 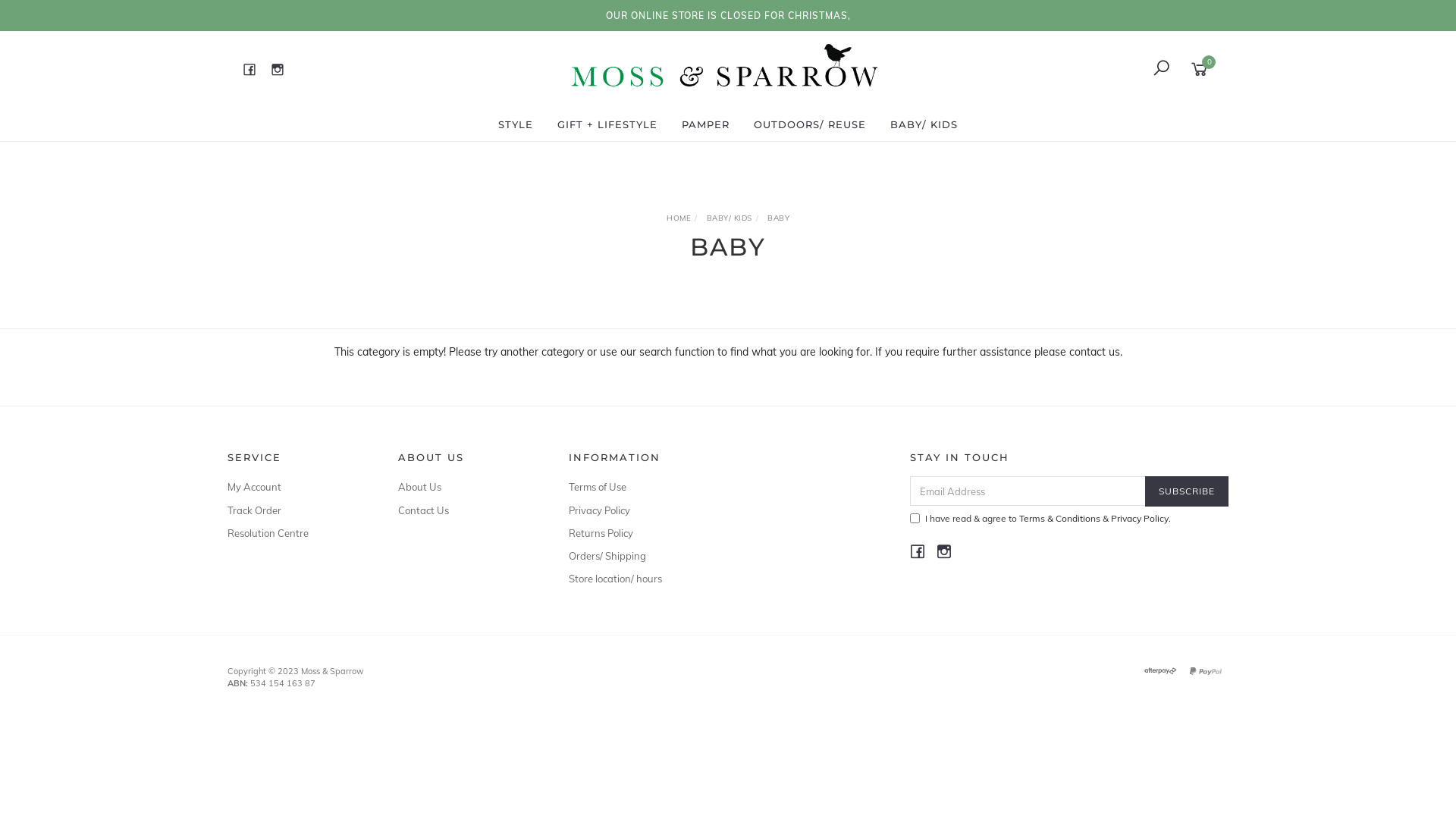 What do you see at coordinates (295, 486) in the screenshot?
I see `'My Account'` at bounding box center [295, 486].